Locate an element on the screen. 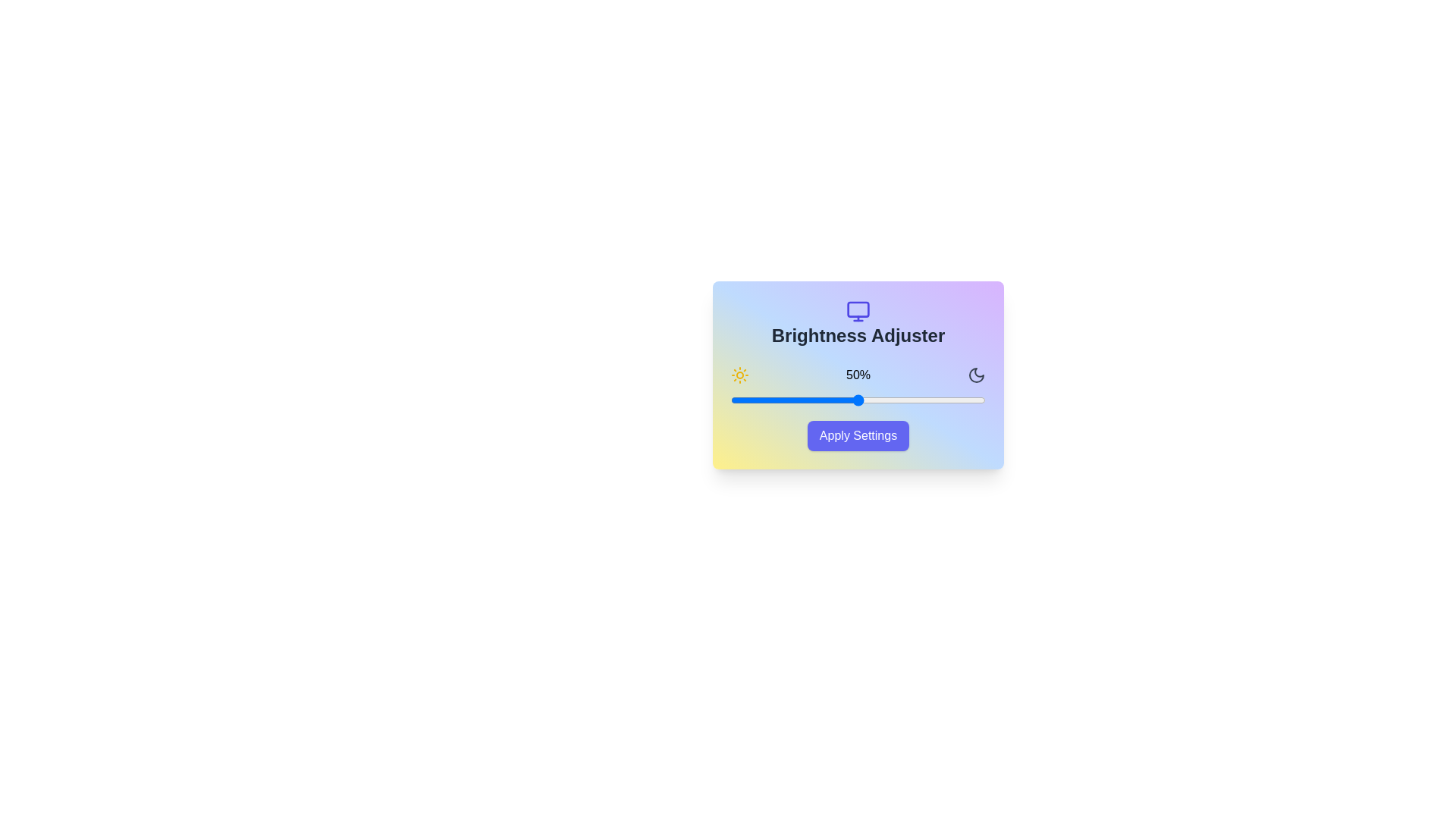  the sun icon to display its tooltip is located at coordinates (739, 375).